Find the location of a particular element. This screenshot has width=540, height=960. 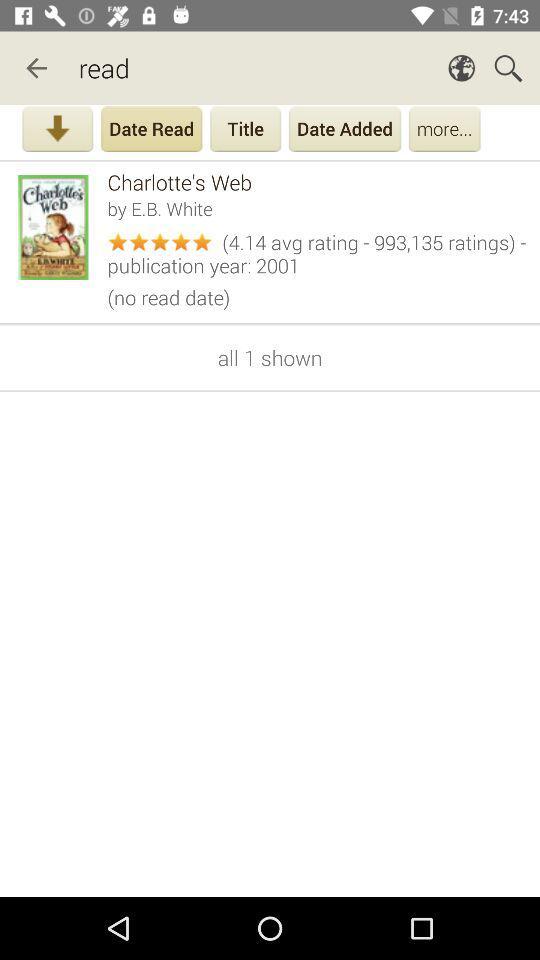

download button is located at coordinates (57, 130).